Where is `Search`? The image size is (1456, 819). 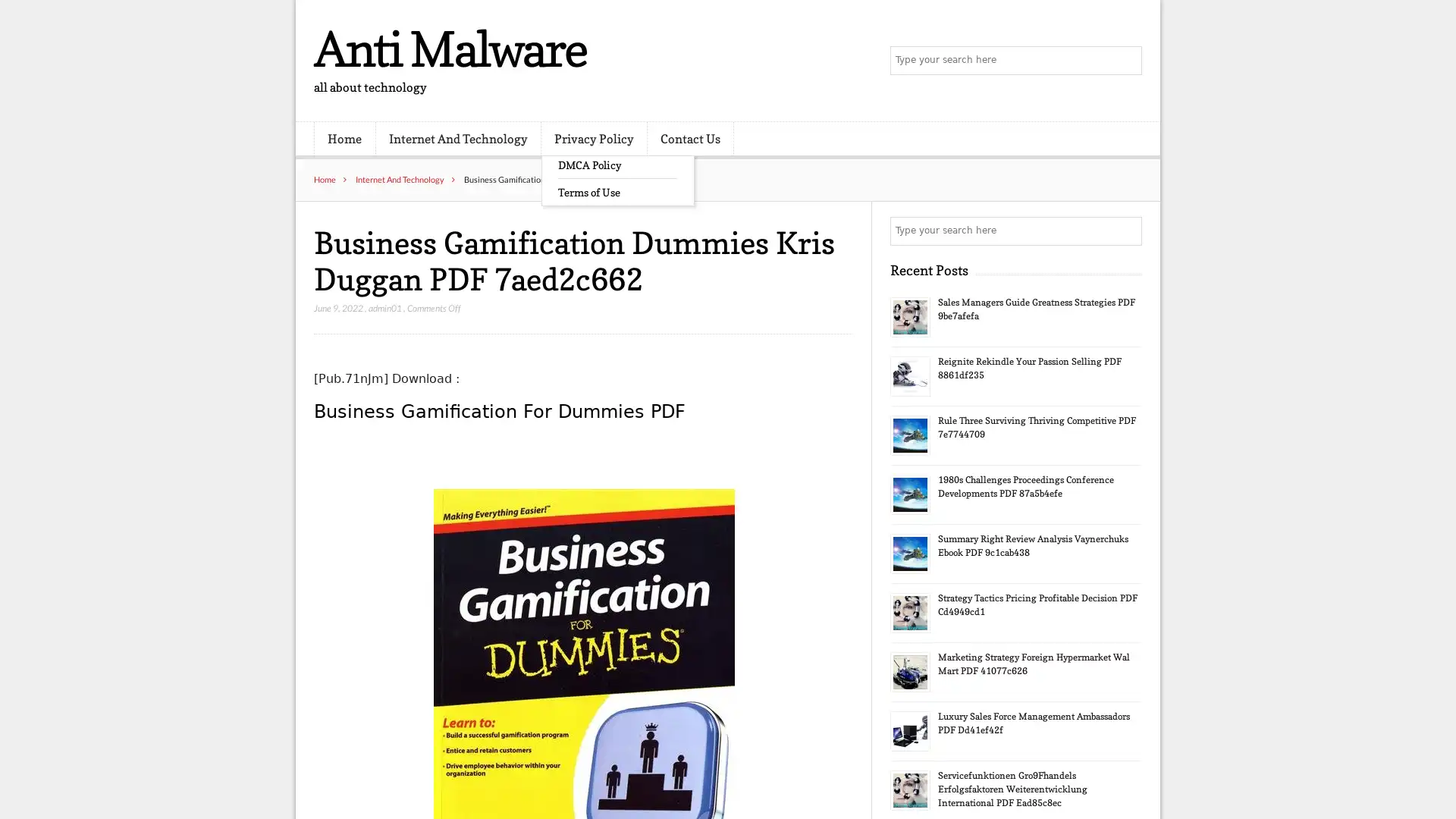 Search is located at coordinates (1126, 231).